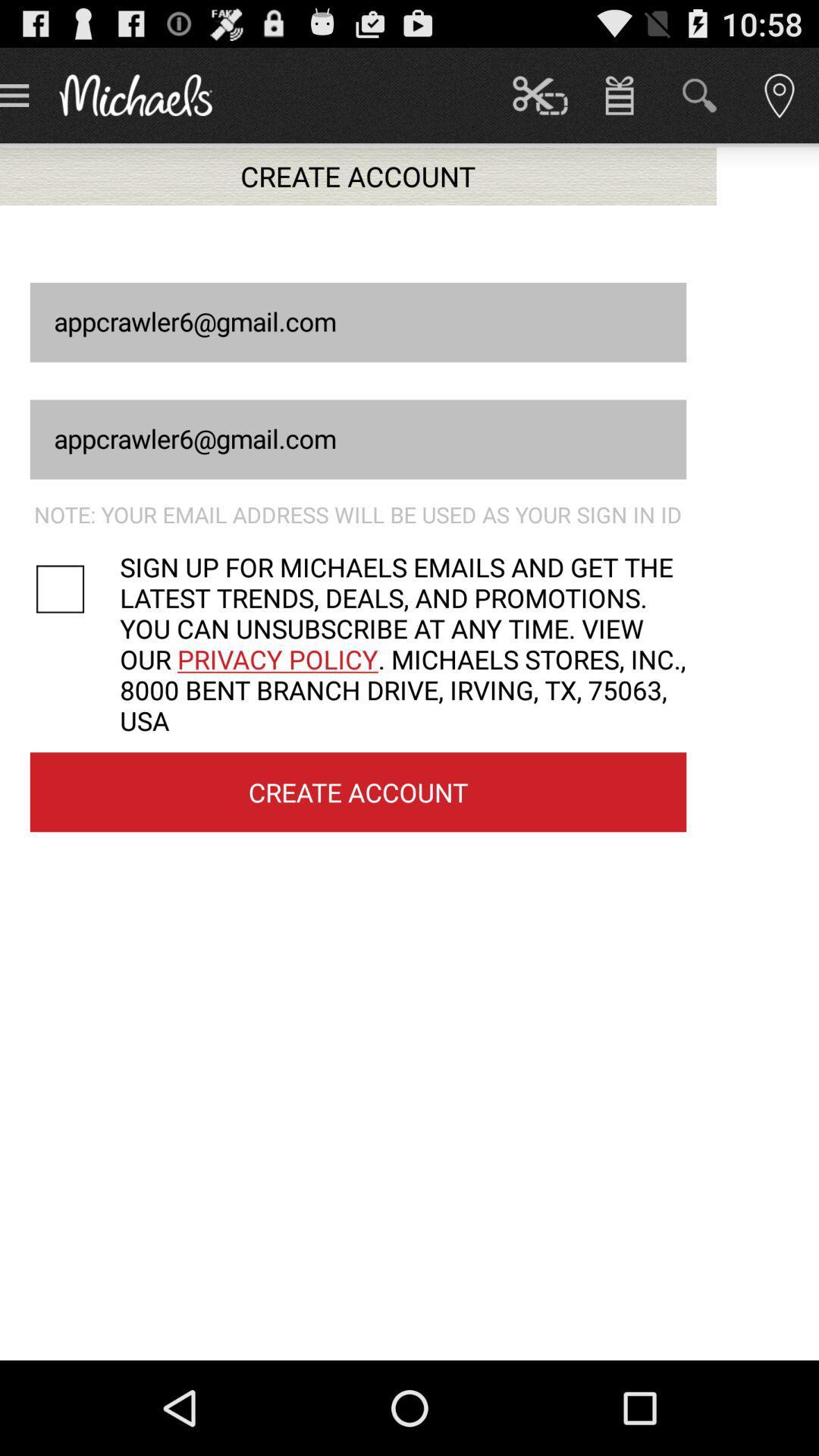 Image resolution: width=819 pixels, height=1456 pixels. Describe the element at coordinates (75, 588) in the screenshot. I see `confirm subscription` at that location.